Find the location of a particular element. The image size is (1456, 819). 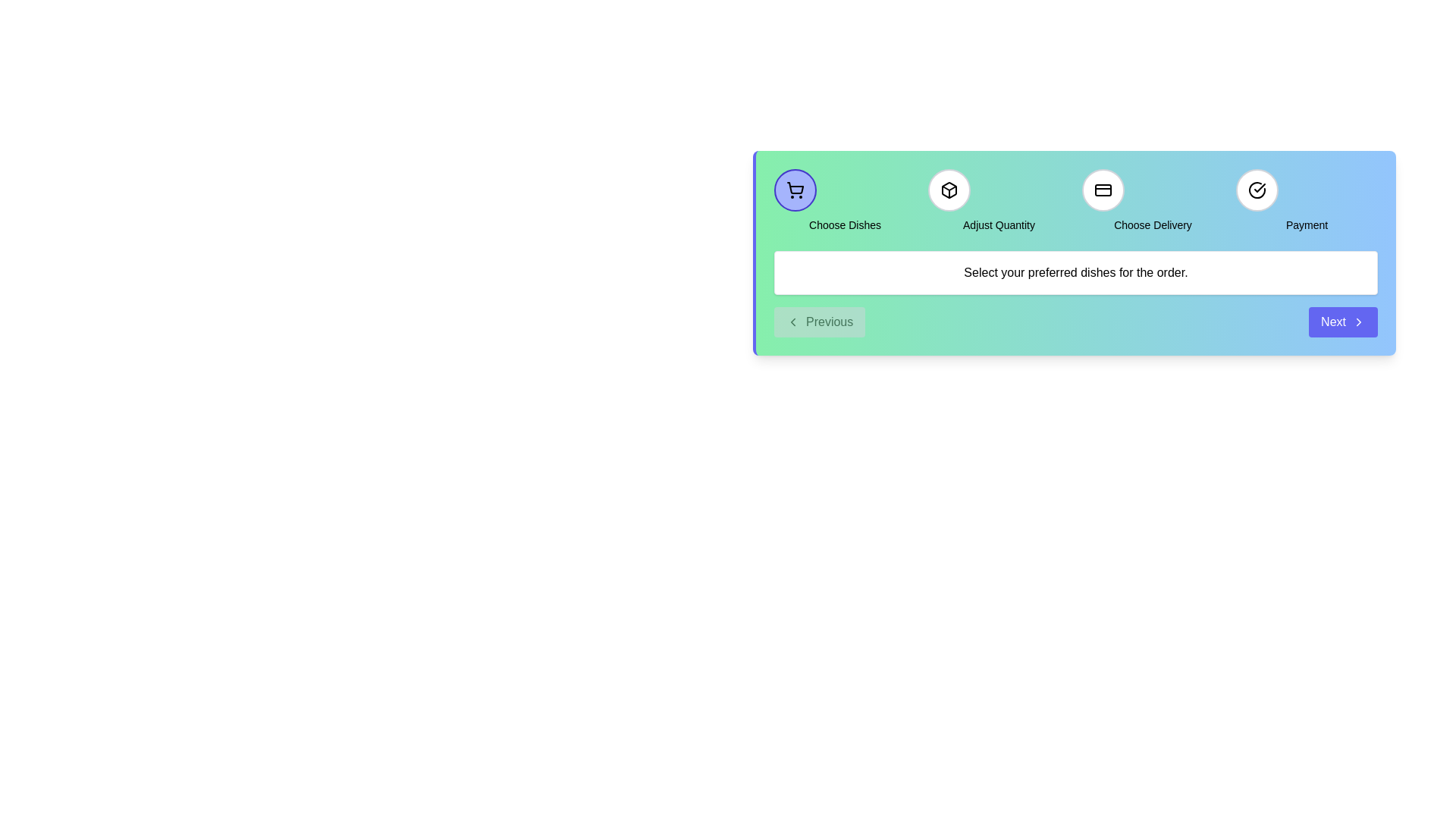

the leftward chevron arrow icon, which serves as a graphical indicator is located at coordinates (792, 321).